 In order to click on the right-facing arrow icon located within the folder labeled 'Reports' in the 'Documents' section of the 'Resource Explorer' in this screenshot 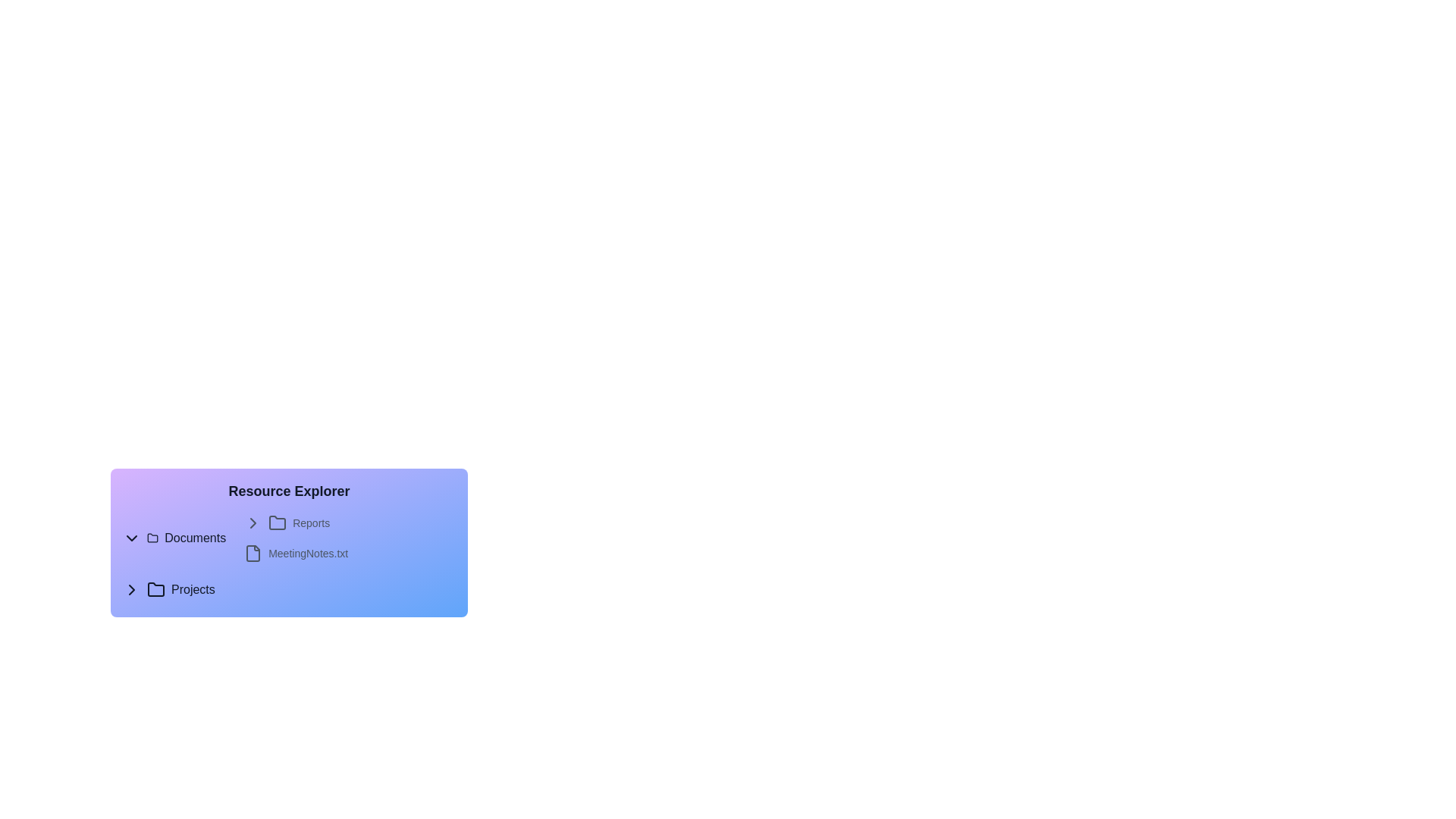, I will do `click(253, 522)`.